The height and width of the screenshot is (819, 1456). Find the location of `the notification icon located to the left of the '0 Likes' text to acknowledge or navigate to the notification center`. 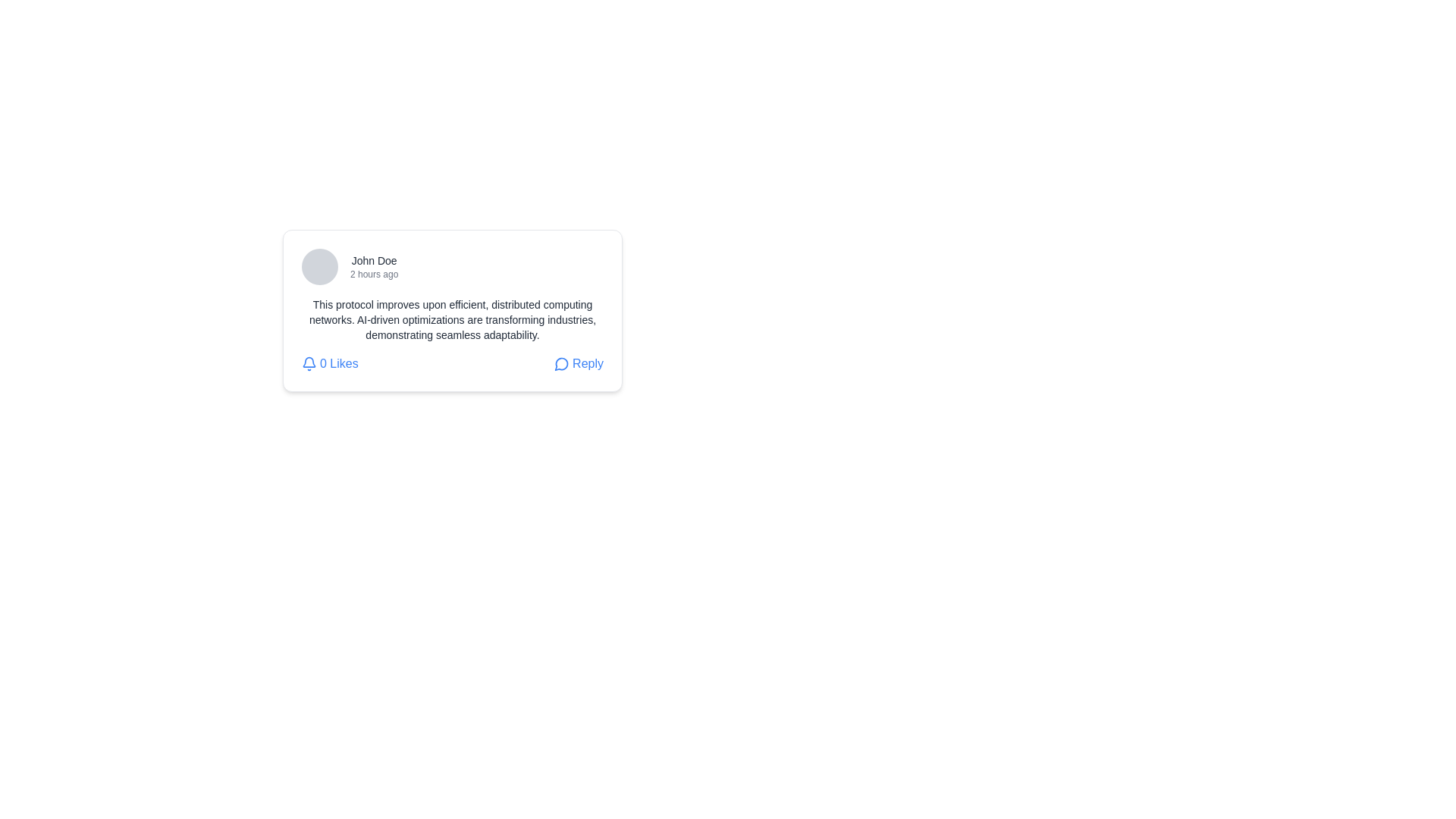

the notification icon located to the left of the '0 Likes' text to acknowledge or navigate to the notification center is located at coordinates (309, 363).